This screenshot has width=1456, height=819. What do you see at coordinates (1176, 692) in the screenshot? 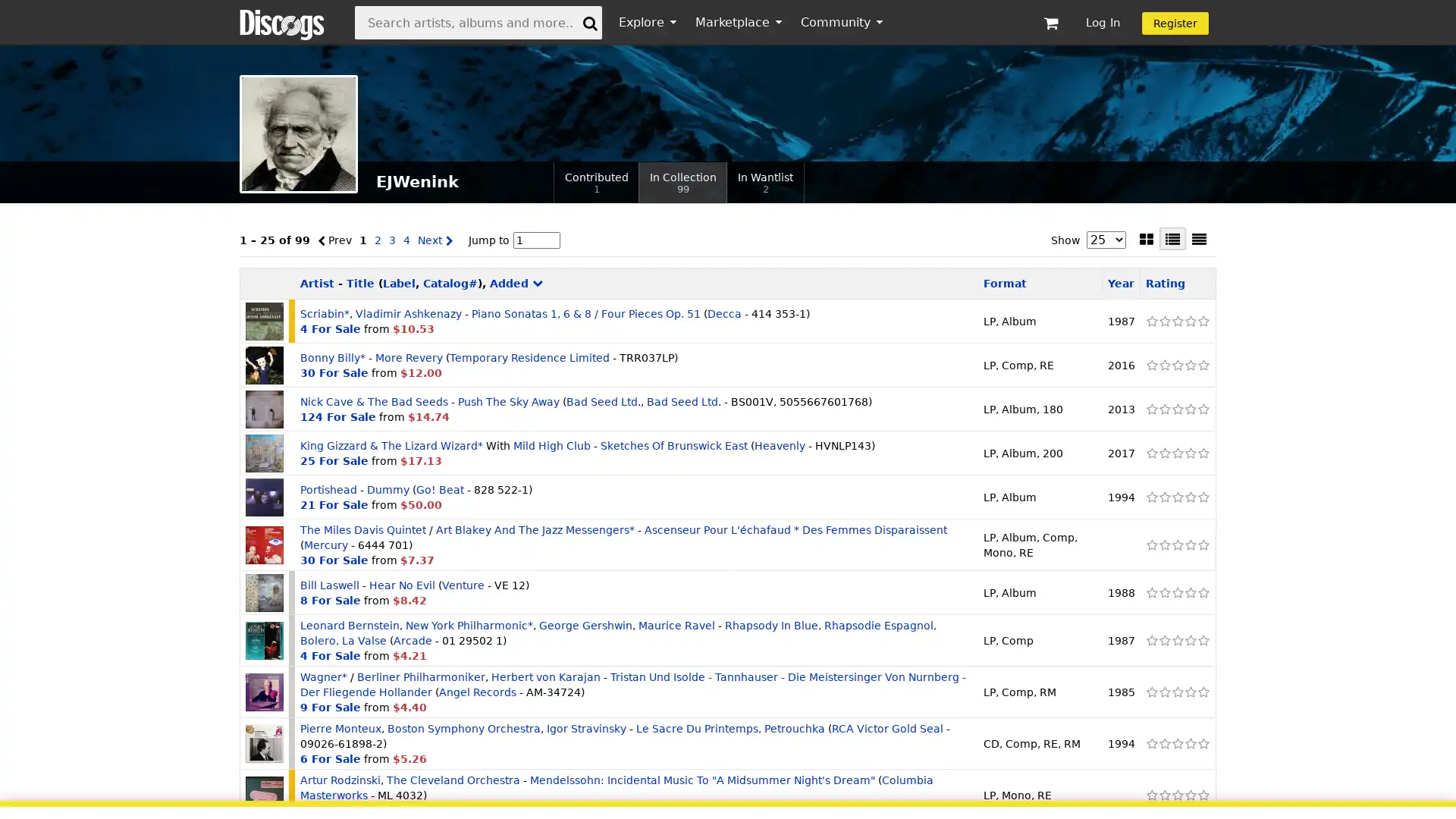
I see `Rate this release 3 stars.` at bounding box center [1176, 692].